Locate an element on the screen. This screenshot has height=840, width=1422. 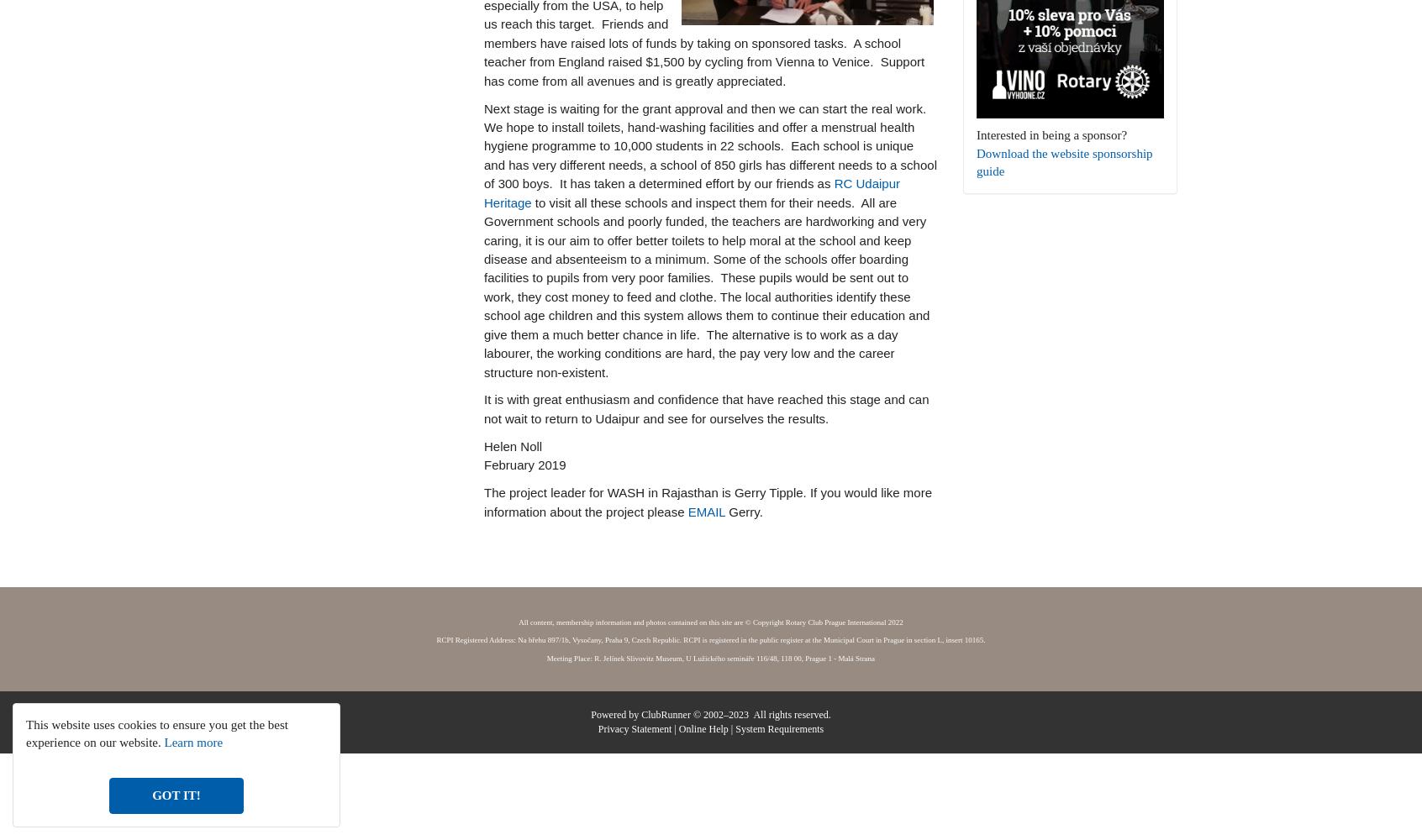
'RC Udaipur Heritage' is located at coordinates (692, 192).